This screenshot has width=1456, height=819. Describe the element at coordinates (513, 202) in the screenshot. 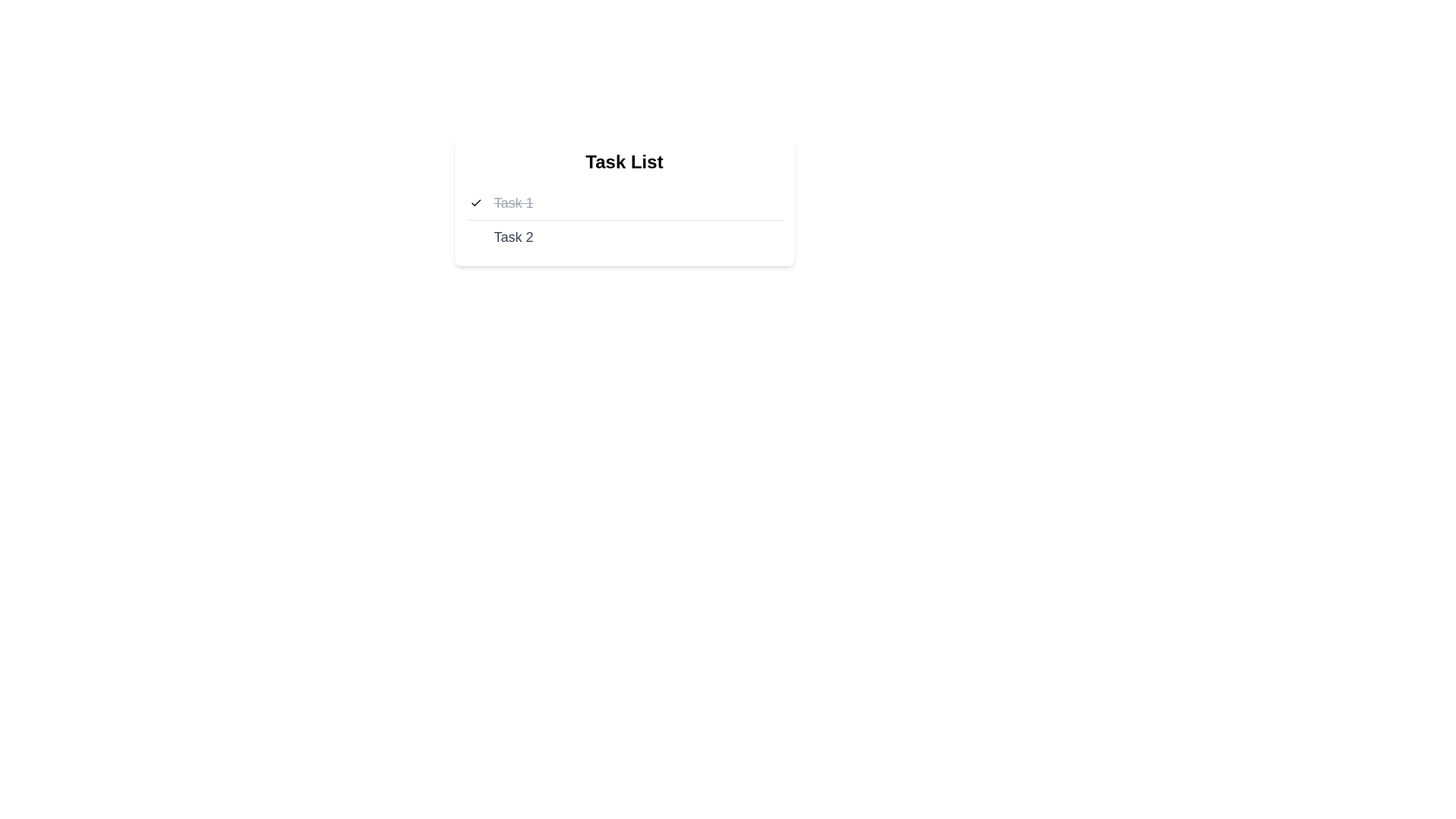

I see `the static text component that has a strikethrough styling, indicating a completed task in the task list` at that location.